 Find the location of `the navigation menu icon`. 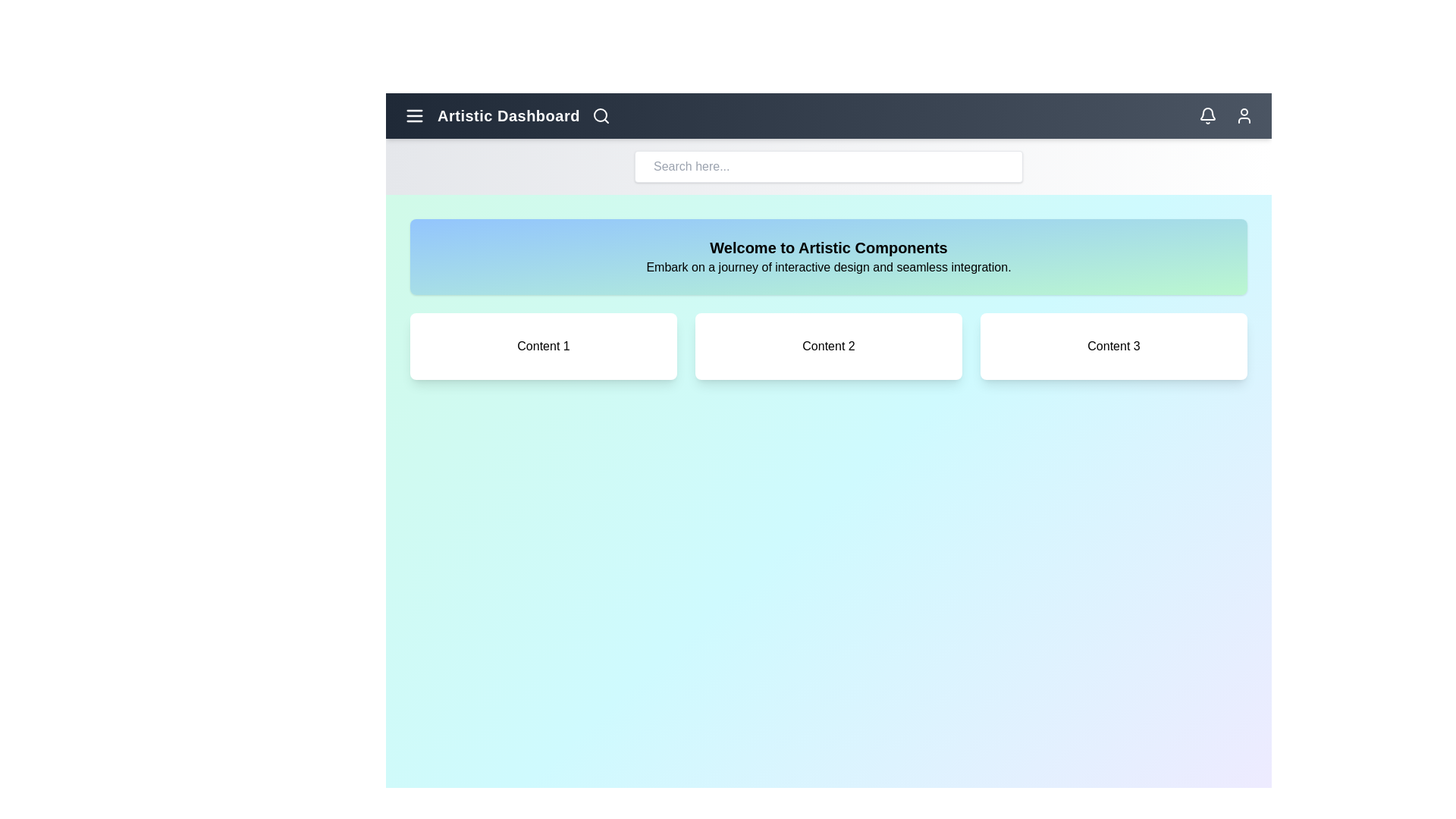

the navigation menu icon is located at coordinates (415, 115).